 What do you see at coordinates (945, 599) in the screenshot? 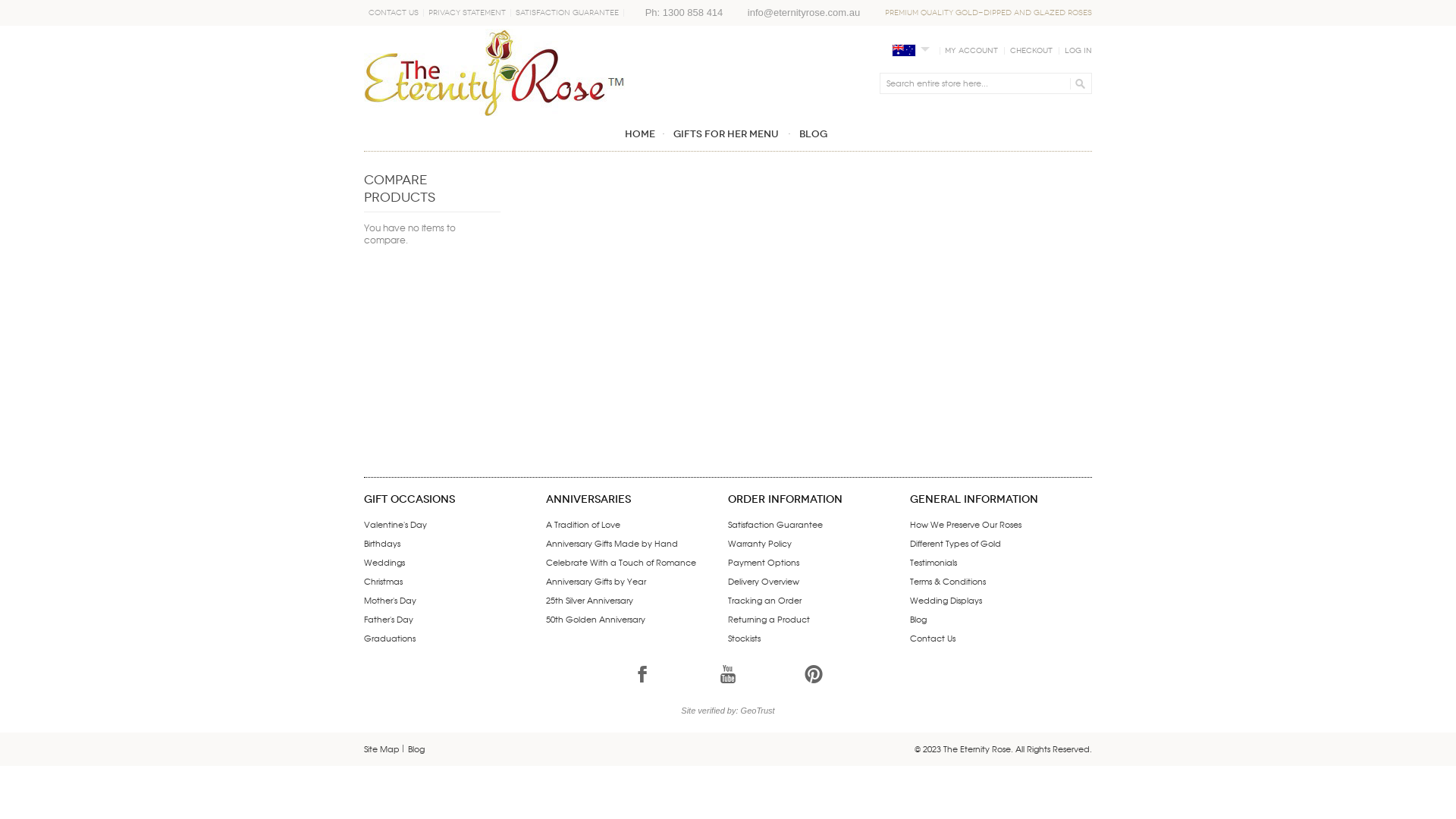
I see `'Wedding Displays'` at bounding box center [945, 599].